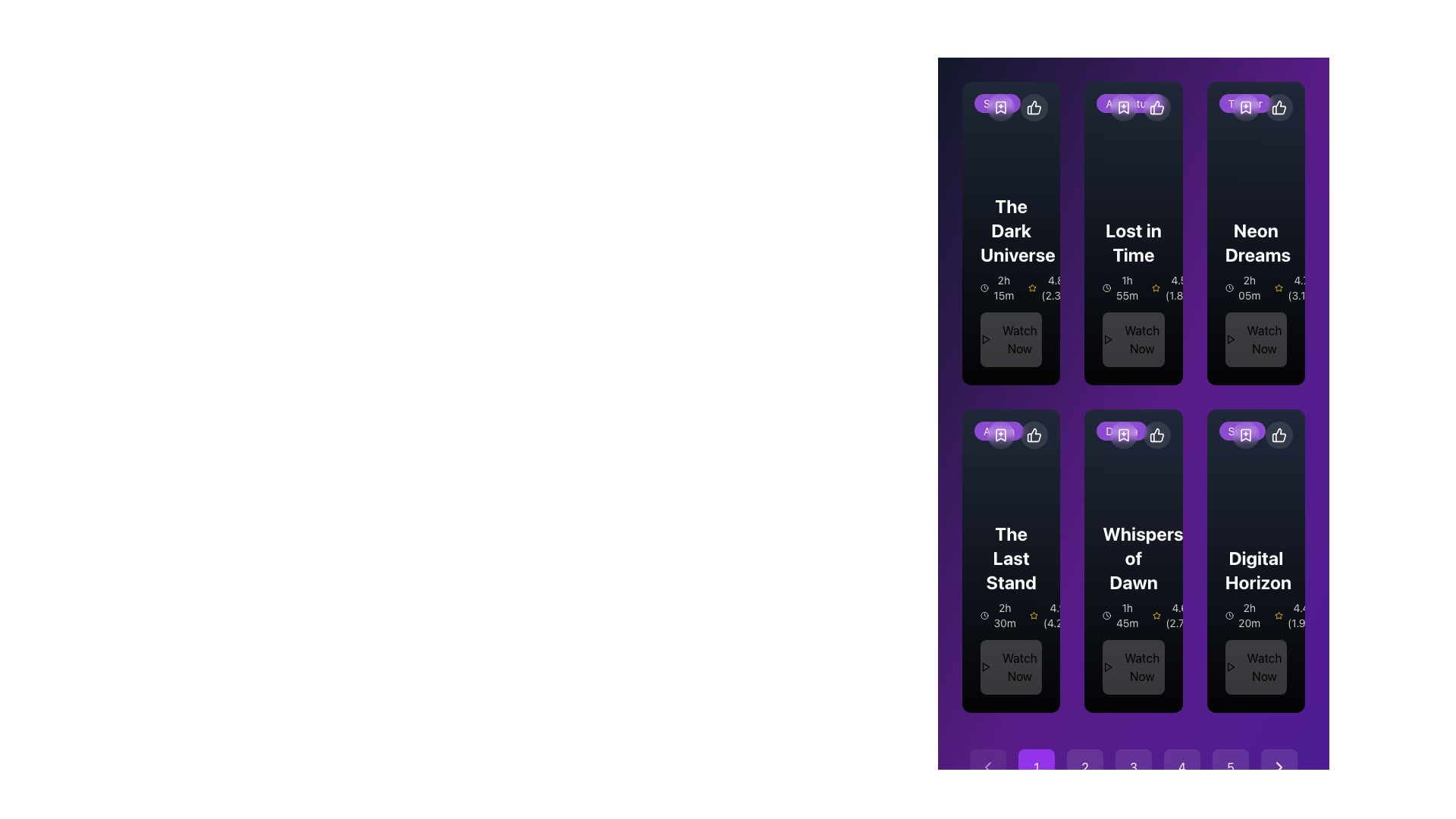  I want to click on the circular decorative graphic element with a thin border, located at the top-left corner of the second card in the second row of the grid layout, adjacent to the text component indicating duration, so click(1106, 616).